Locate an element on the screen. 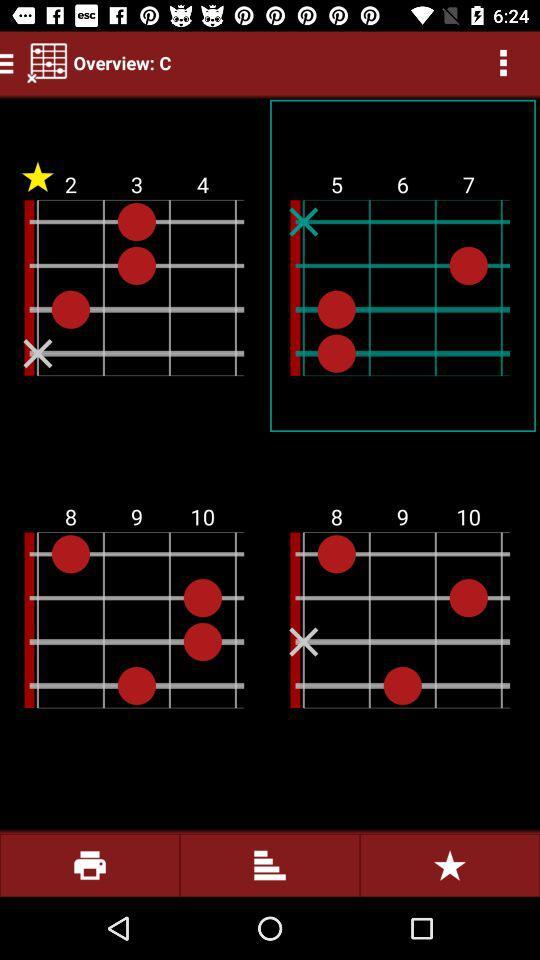  the item next to overview: c item is located at coordinates (47, 62).